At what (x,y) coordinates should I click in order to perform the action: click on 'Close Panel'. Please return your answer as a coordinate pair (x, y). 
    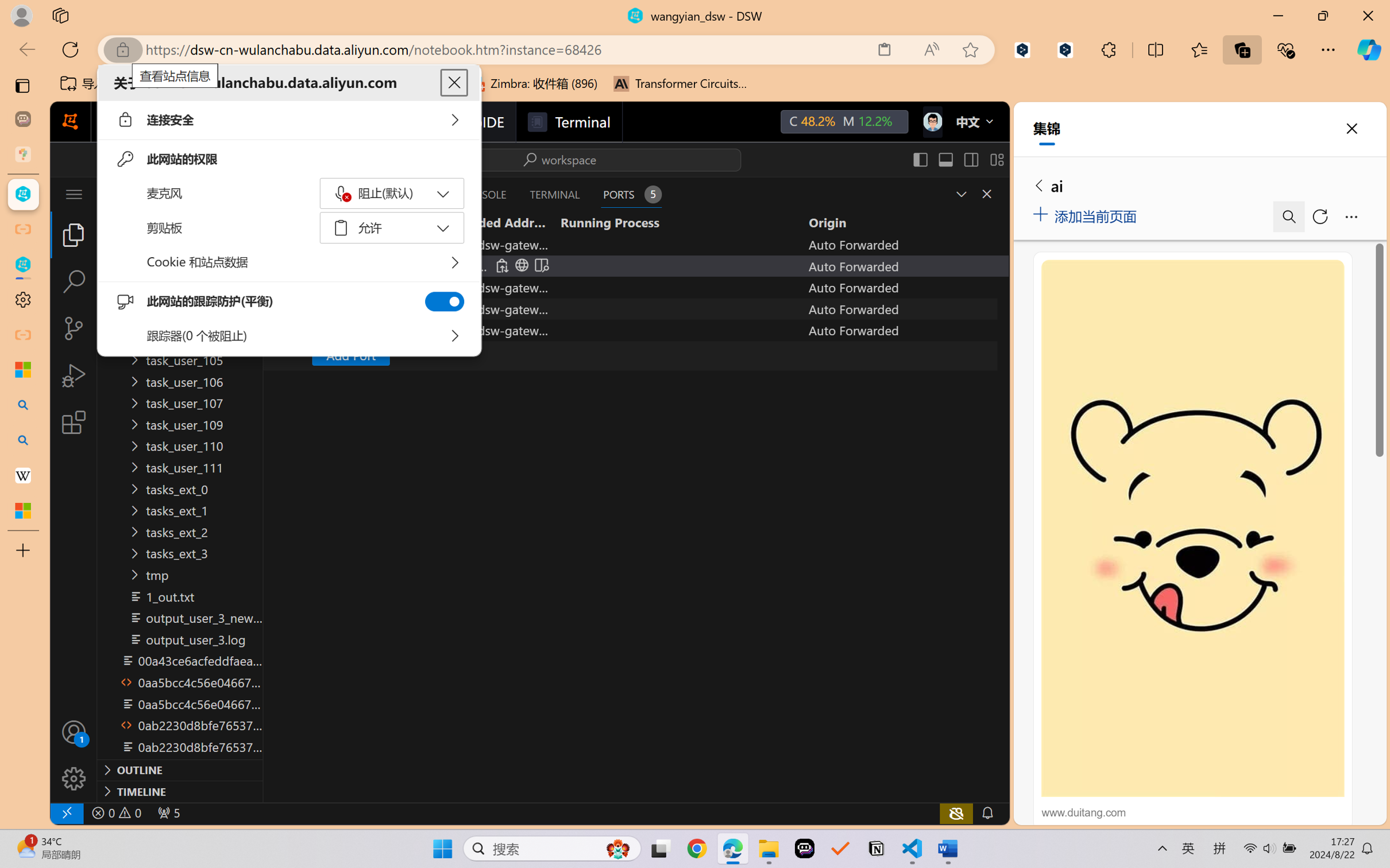
    Looking at the image, I should click on (986, 193).